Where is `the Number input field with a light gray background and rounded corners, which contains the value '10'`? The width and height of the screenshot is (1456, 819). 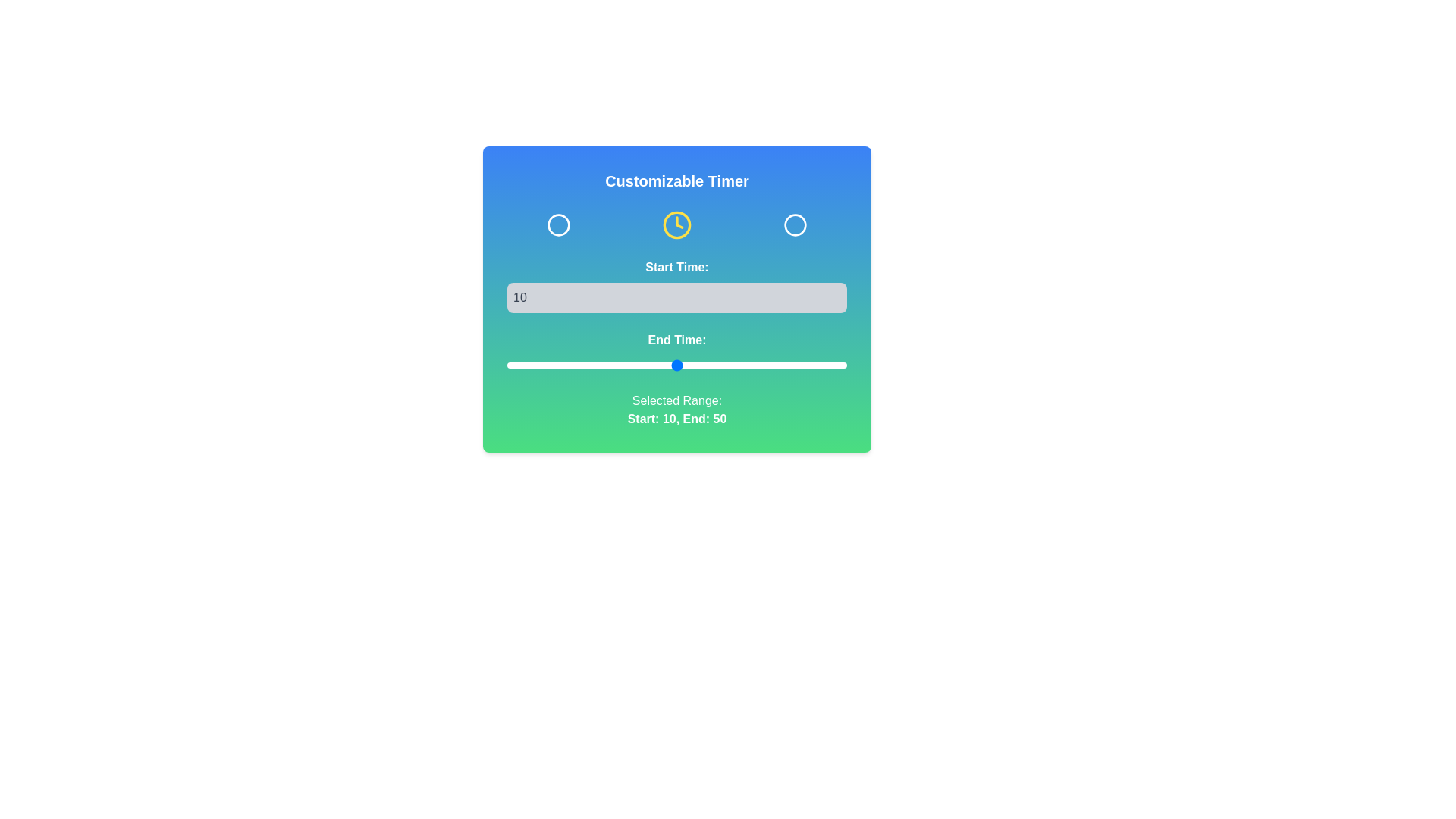 the Number input field with a light gray background and rounded corners, which contains the value '10' is located at coordinates (676, 298).